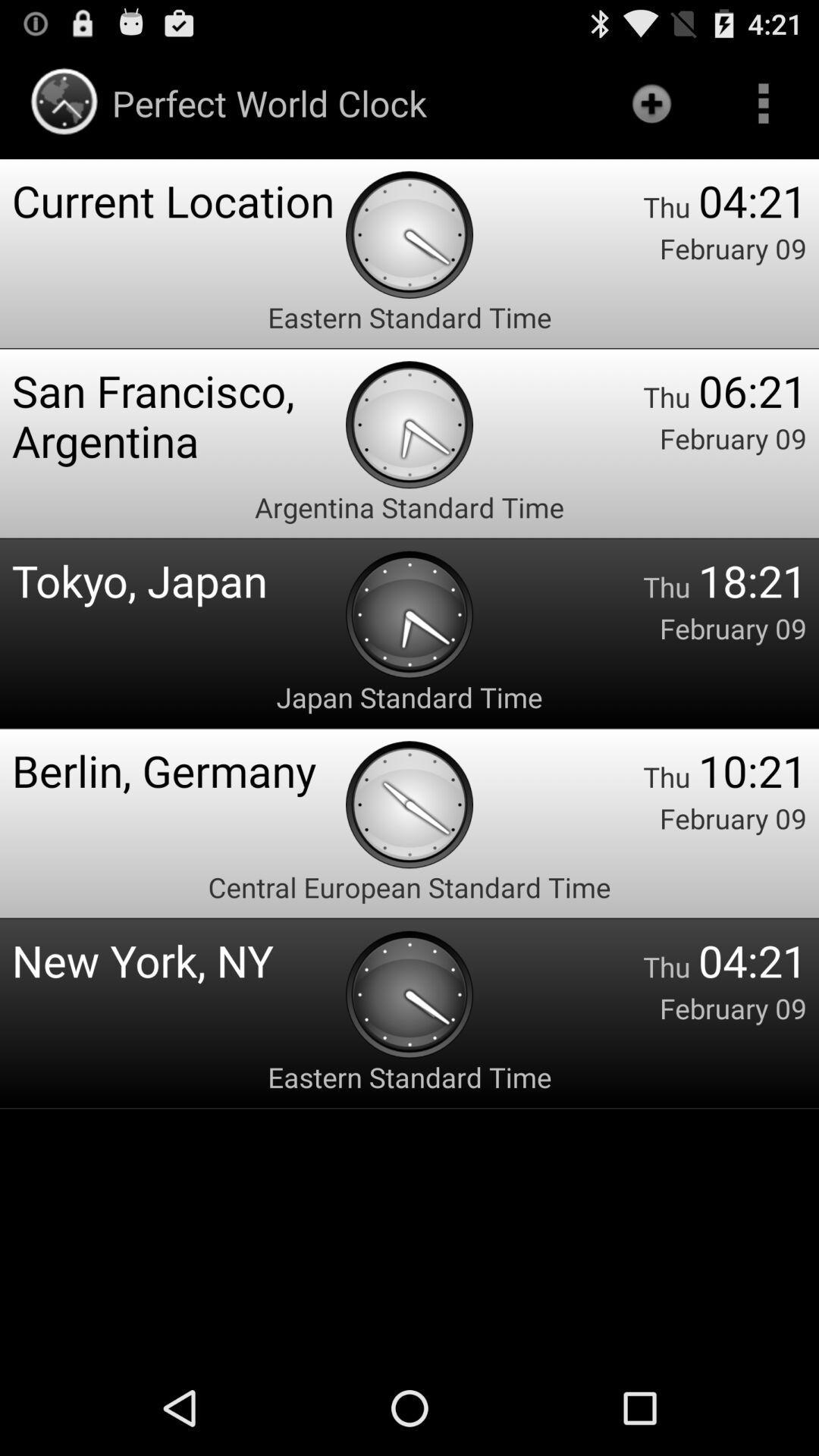 This screenshot has height=1456, width=819. Describe the element at coordinates (177, 416) in the screenshot. I see `the san francisco, argentina app` at that location.